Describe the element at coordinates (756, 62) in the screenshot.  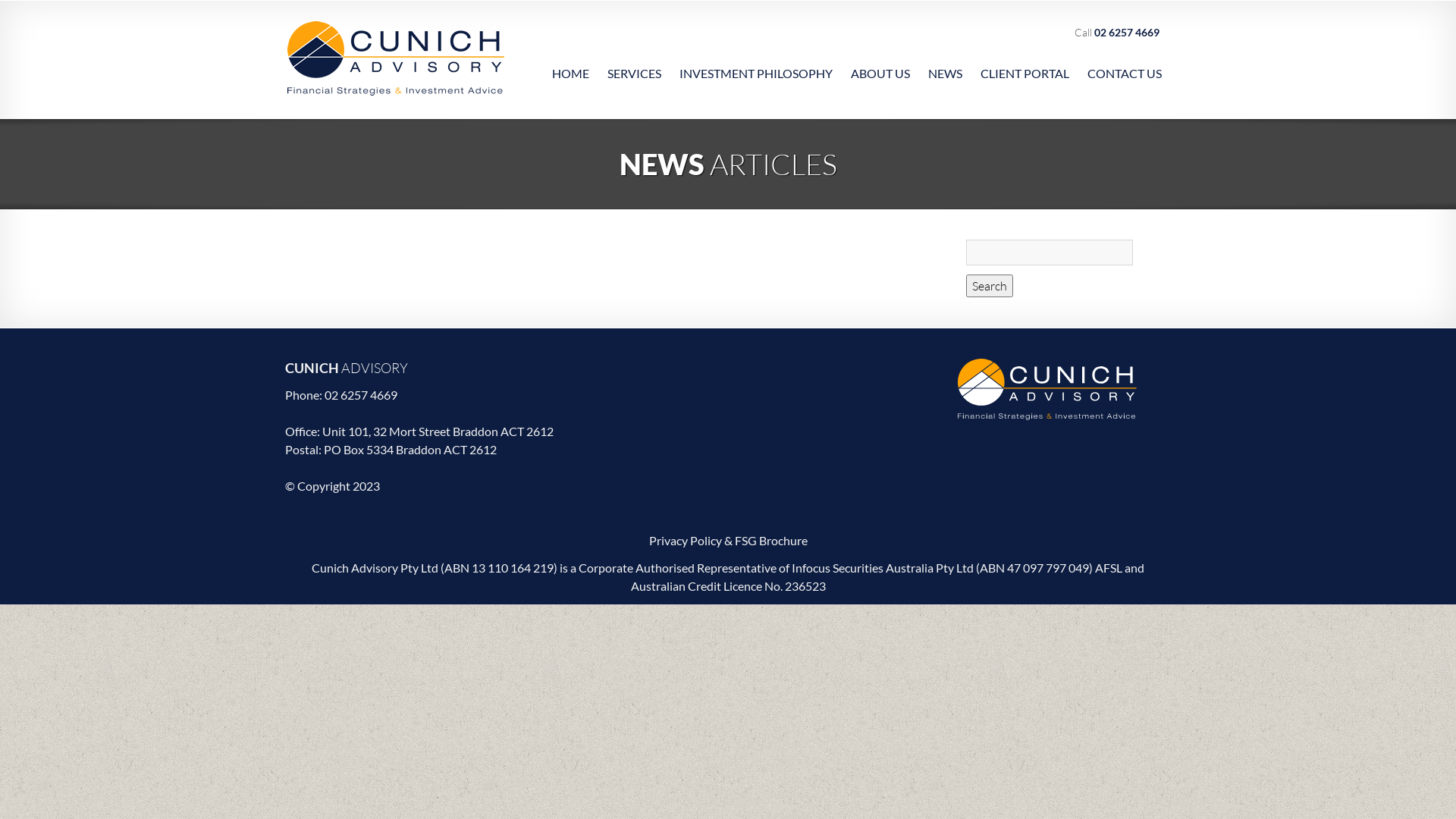
I see `'INVESTMENT PHILOSOPHY'` at that location.